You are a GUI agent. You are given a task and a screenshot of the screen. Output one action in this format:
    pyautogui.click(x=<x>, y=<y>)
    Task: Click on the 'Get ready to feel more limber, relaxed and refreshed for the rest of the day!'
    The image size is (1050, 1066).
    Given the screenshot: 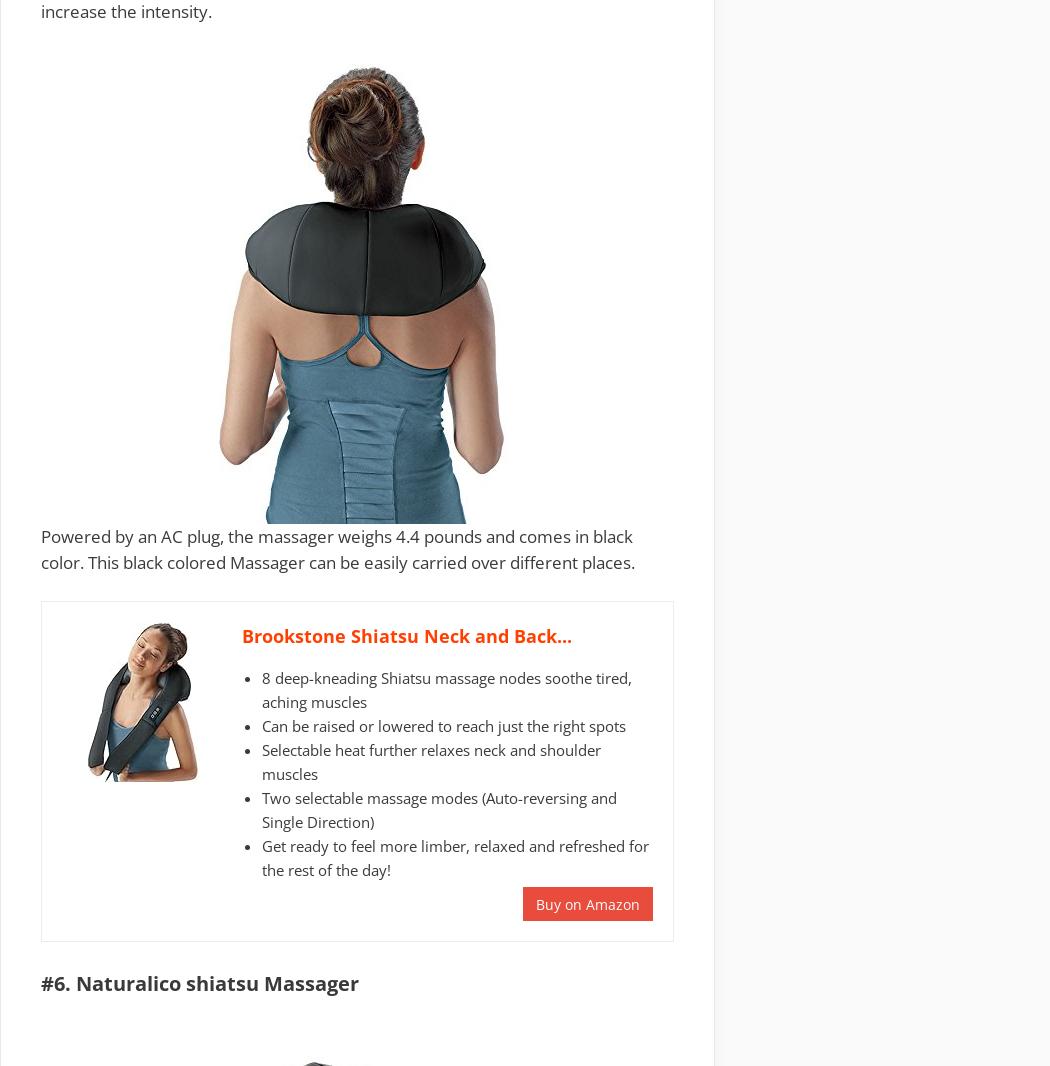 What is the action you would take?
    pyautogui.click(x=455, y=856)
    